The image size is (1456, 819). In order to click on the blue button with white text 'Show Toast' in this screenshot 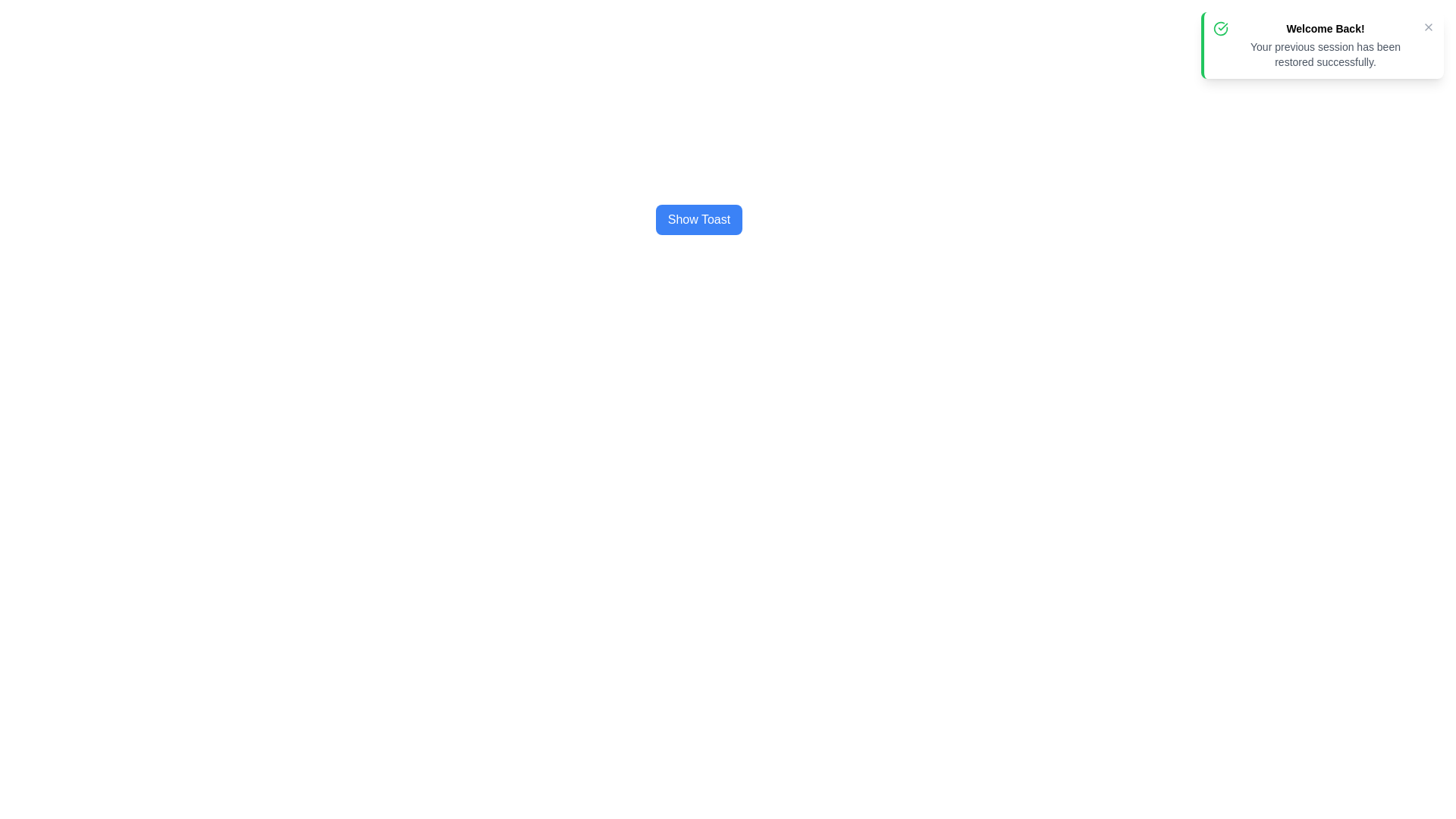, I will do `click(698, 225)`.